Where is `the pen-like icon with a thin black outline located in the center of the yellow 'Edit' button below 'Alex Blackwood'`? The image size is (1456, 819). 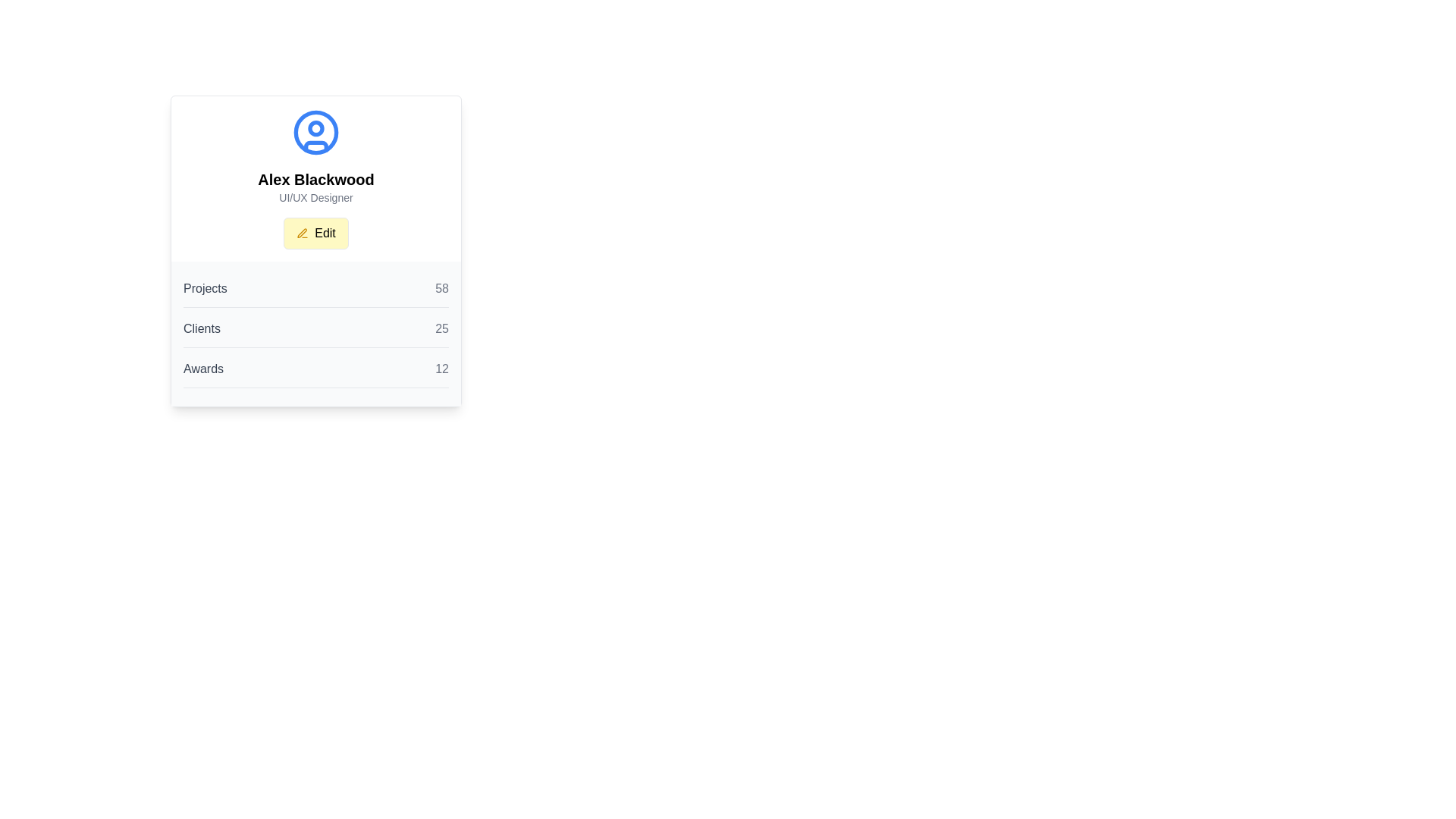 the pen-like icon with a thin black outline located in the center of the yellow 'Edit' button below 'Alex Blackwood' is located at coordinates (302, 233).